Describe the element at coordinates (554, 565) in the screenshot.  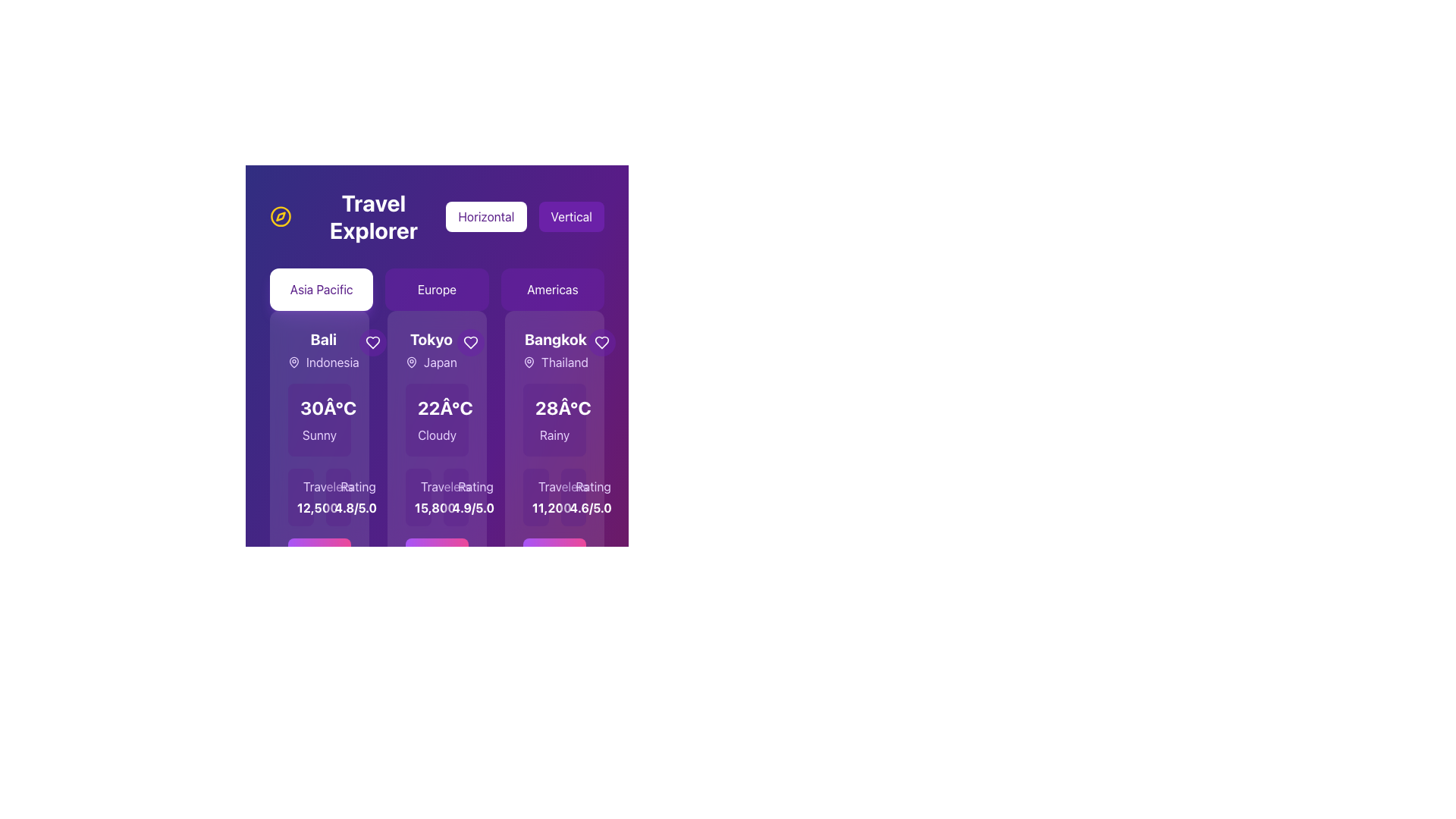
I see `the 'Explore Destination' button with a gradient background located at the bottom of the Bangkok, Thailand card` at that location.